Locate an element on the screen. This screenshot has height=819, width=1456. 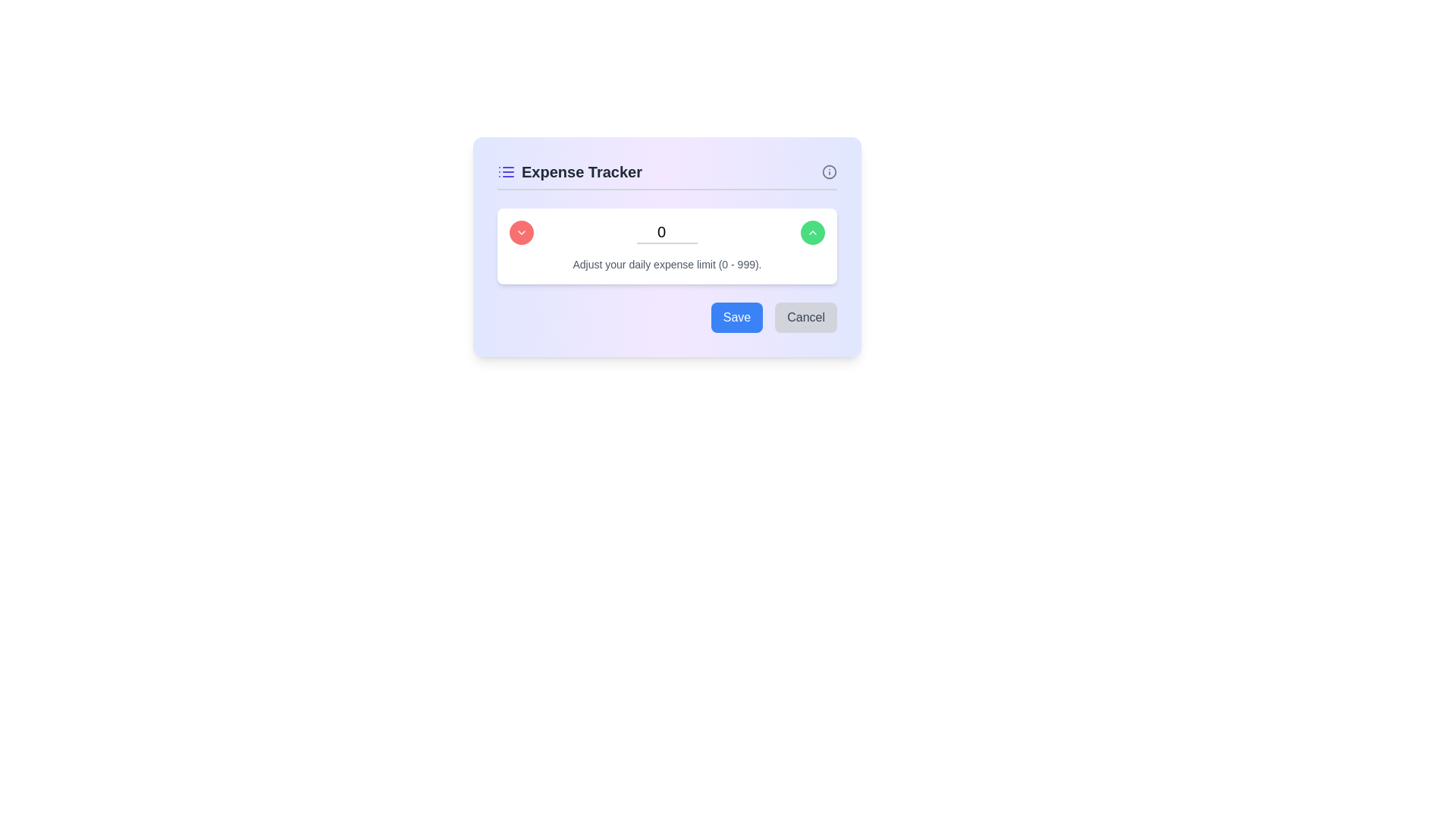
the informational icon located in the header section of the 'Expense Tracker' card, positioned towards the right end adjacent to the card's right border is located at coordinates (829, 171).